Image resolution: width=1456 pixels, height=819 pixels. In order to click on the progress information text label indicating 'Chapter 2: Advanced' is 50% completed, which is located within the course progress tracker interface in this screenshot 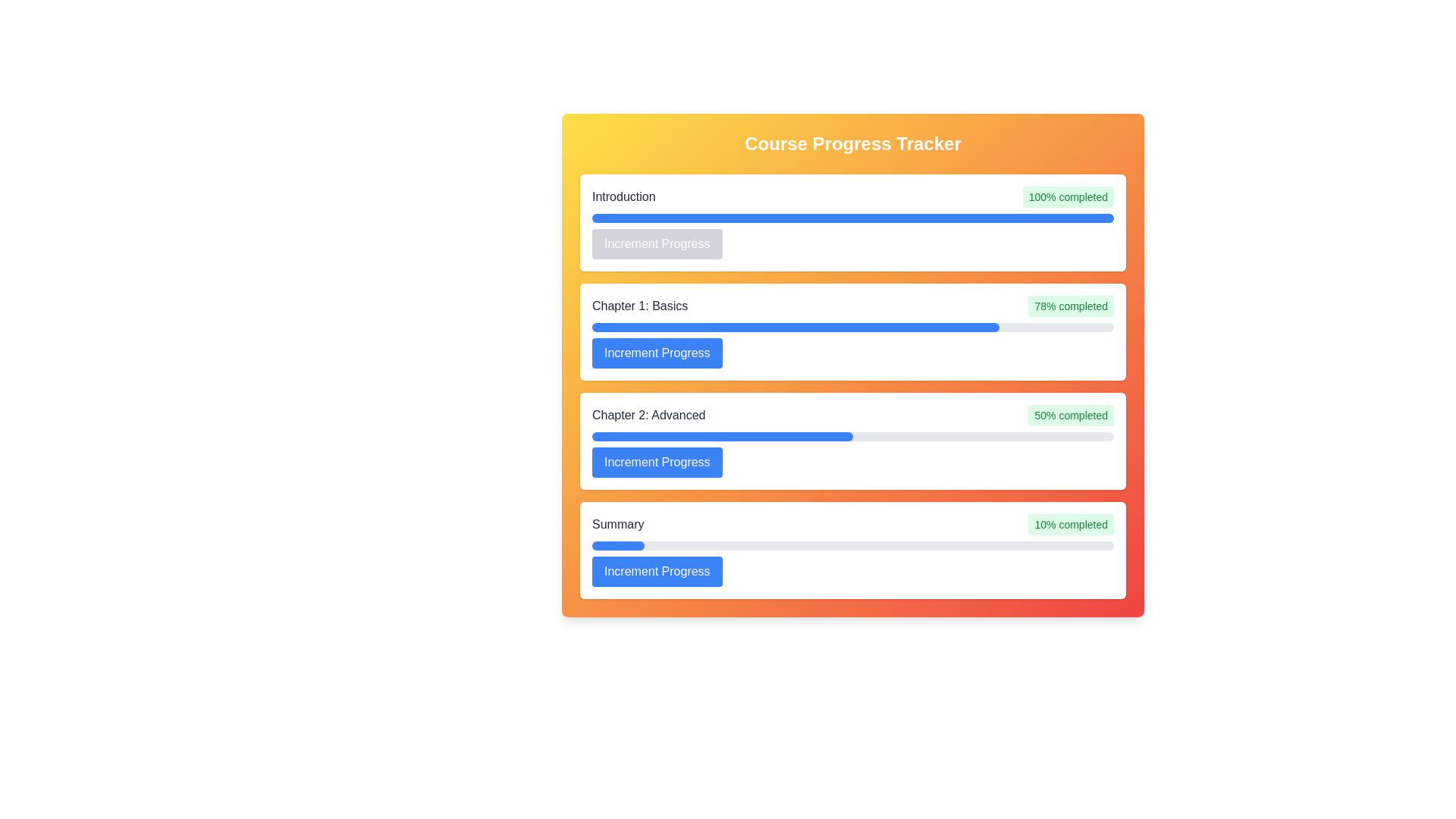, I will do `click(1070, 415)`.